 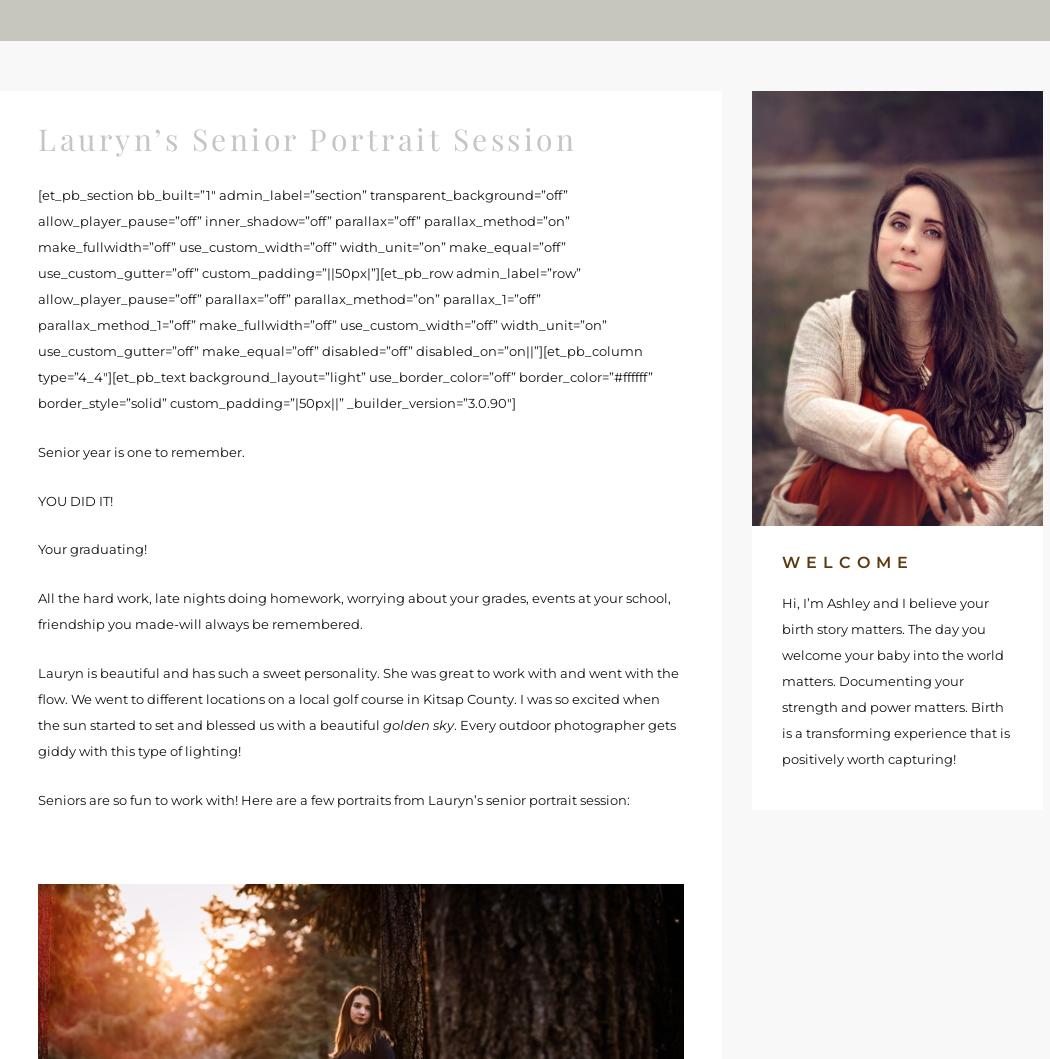 I want to click on 'HOME', so click(x=246, y=20).